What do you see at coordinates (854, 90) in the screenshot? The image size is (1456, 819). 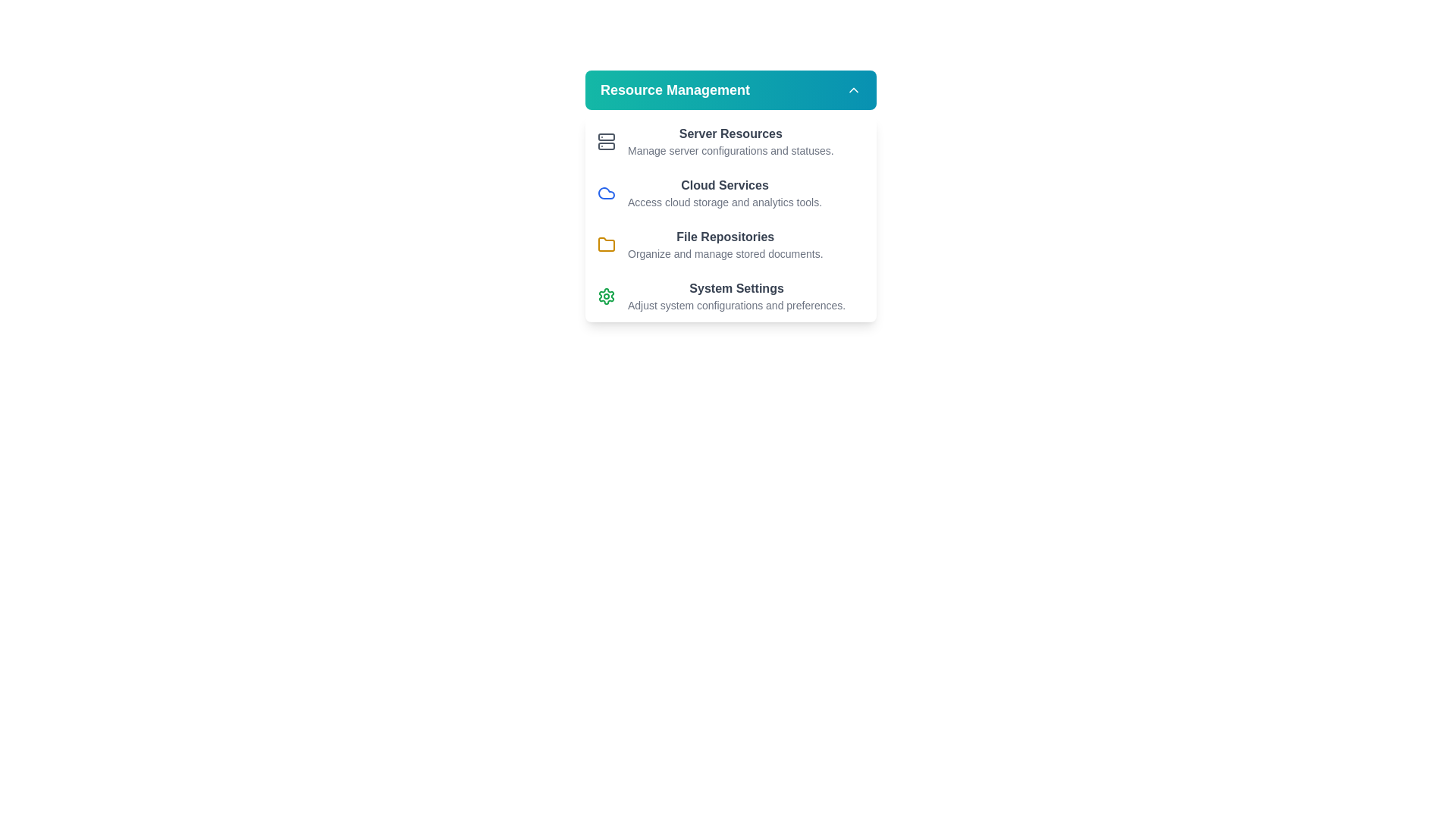 I see `the collapse/minimize icon located to the right of the 'Resource Management' text in the header section` at bounding box center [854, 90].